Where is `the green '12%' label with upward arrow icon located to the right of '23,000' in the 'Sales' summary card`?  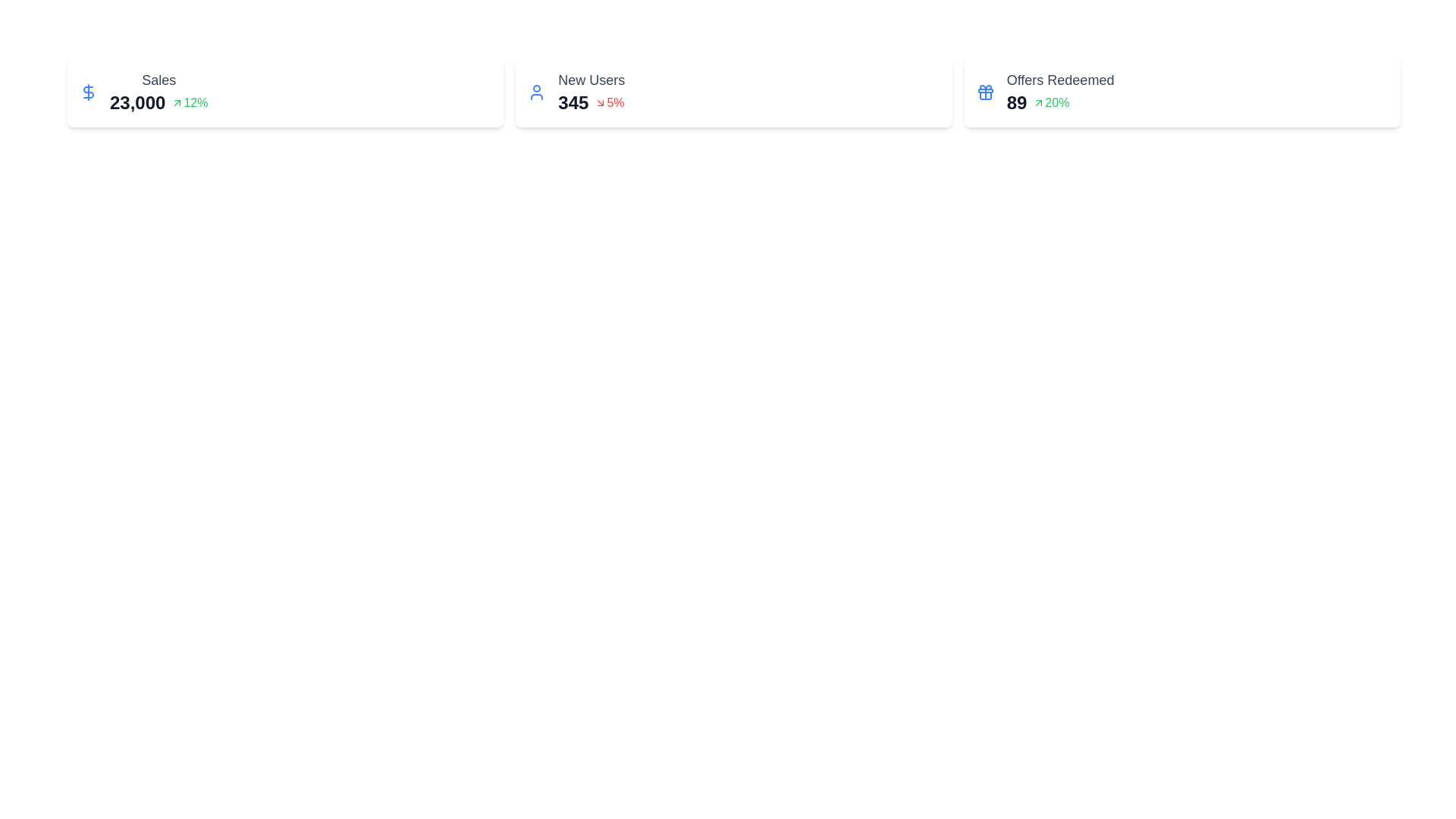
the green '12%' label with upward arrow icon located to the right of '23,000' in the 'Sales' summary card is located at coordinates (189, 102).